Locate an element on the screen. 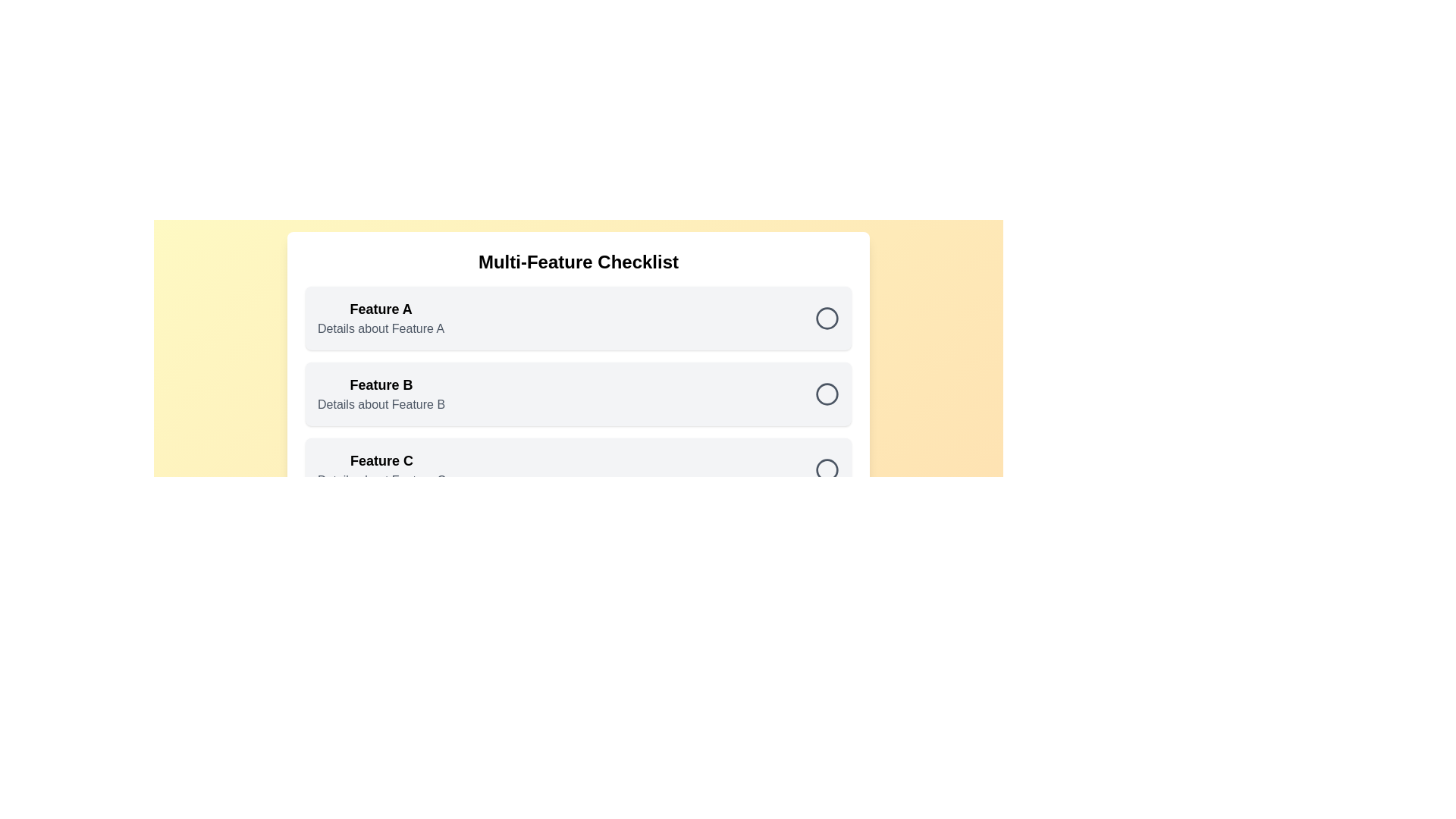 The height and width of the screenshot is (819, 1456). the checklist item Feature C is located at coordinates (826, 469).